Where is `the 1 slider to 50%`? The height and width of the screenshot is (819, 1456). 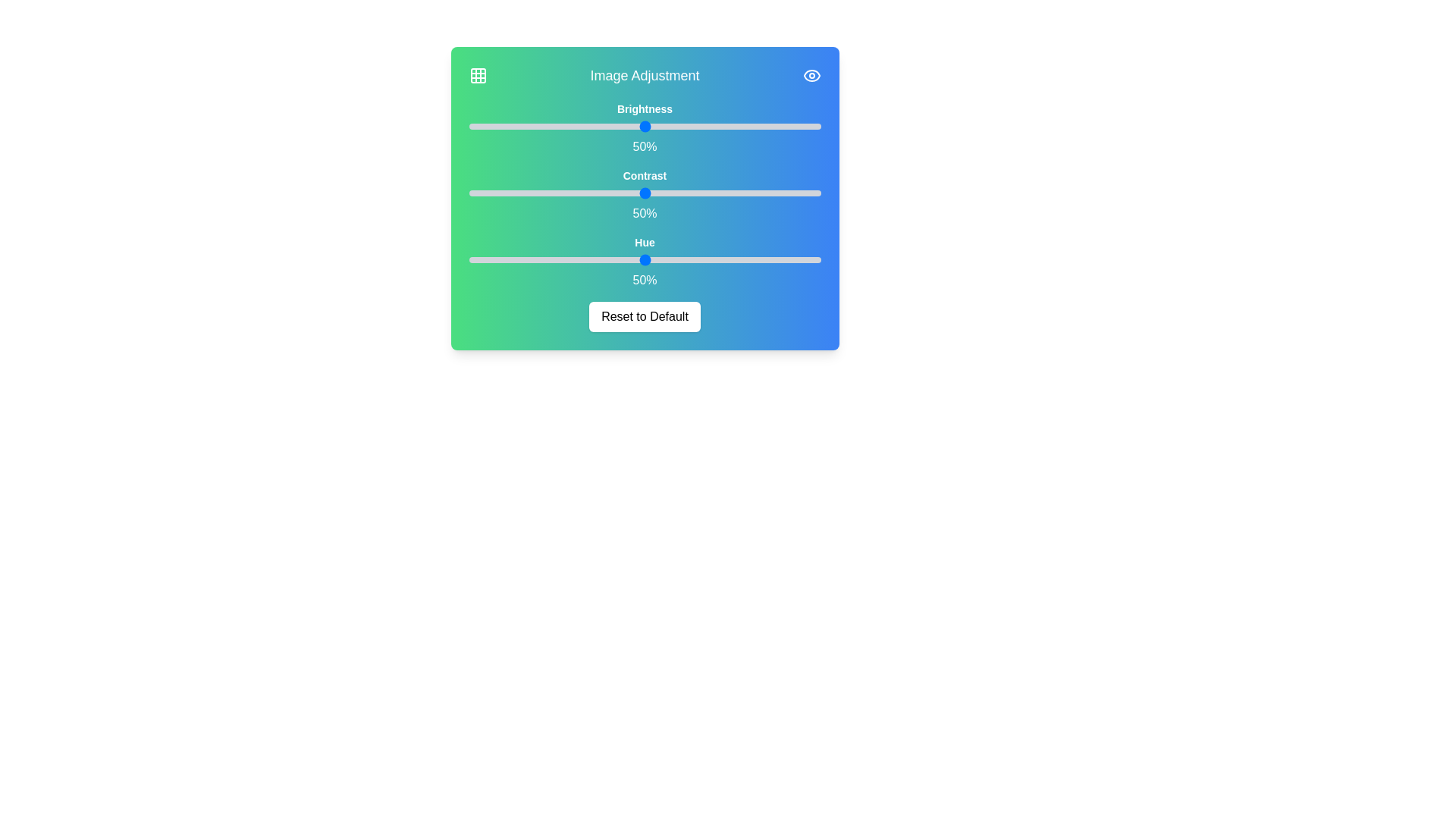 the 1 slider to 50% is located at coordinates (820, 192).